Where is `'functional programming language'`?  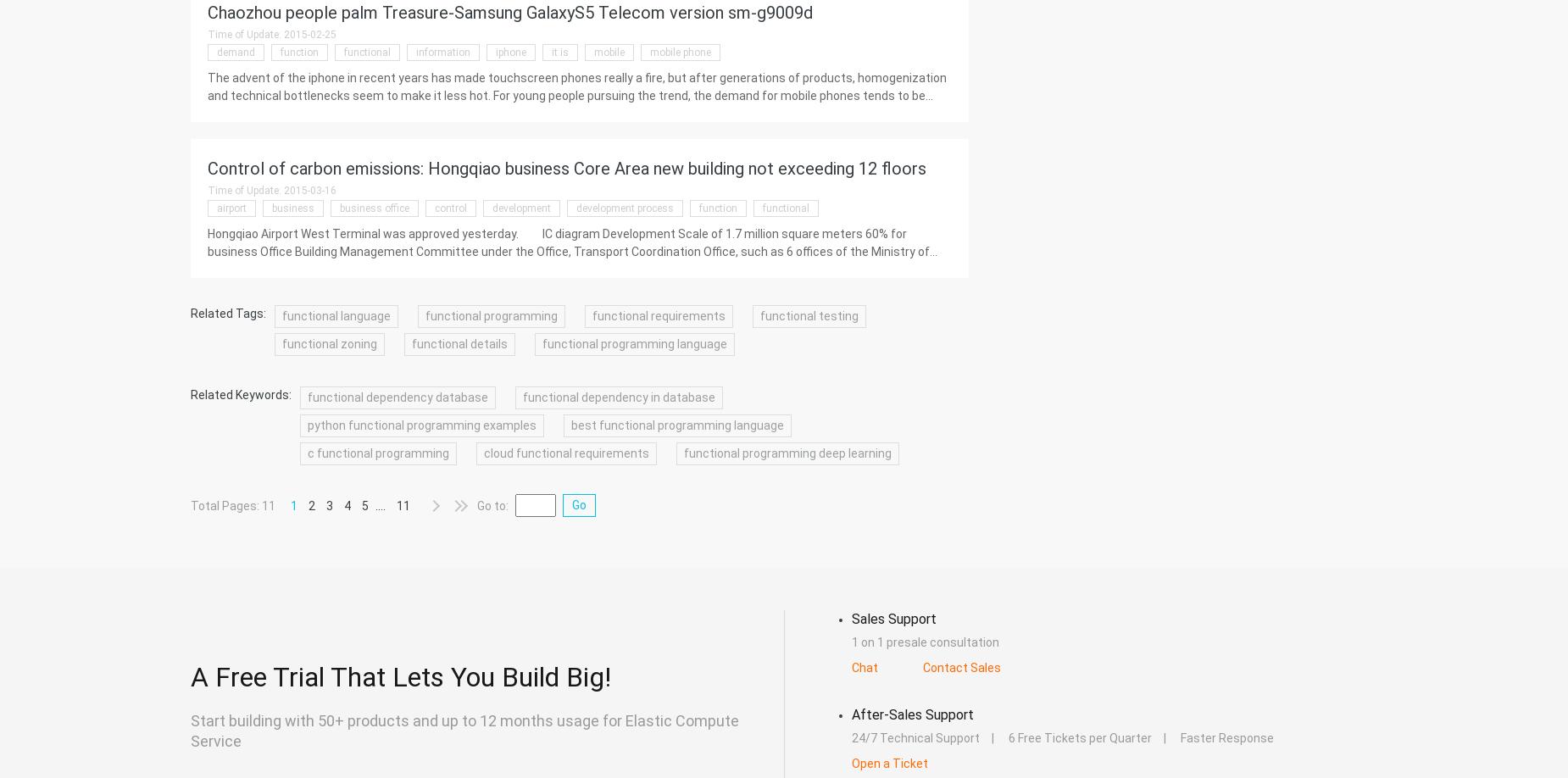 'functional programming language' is located at coordinates (542, 343).